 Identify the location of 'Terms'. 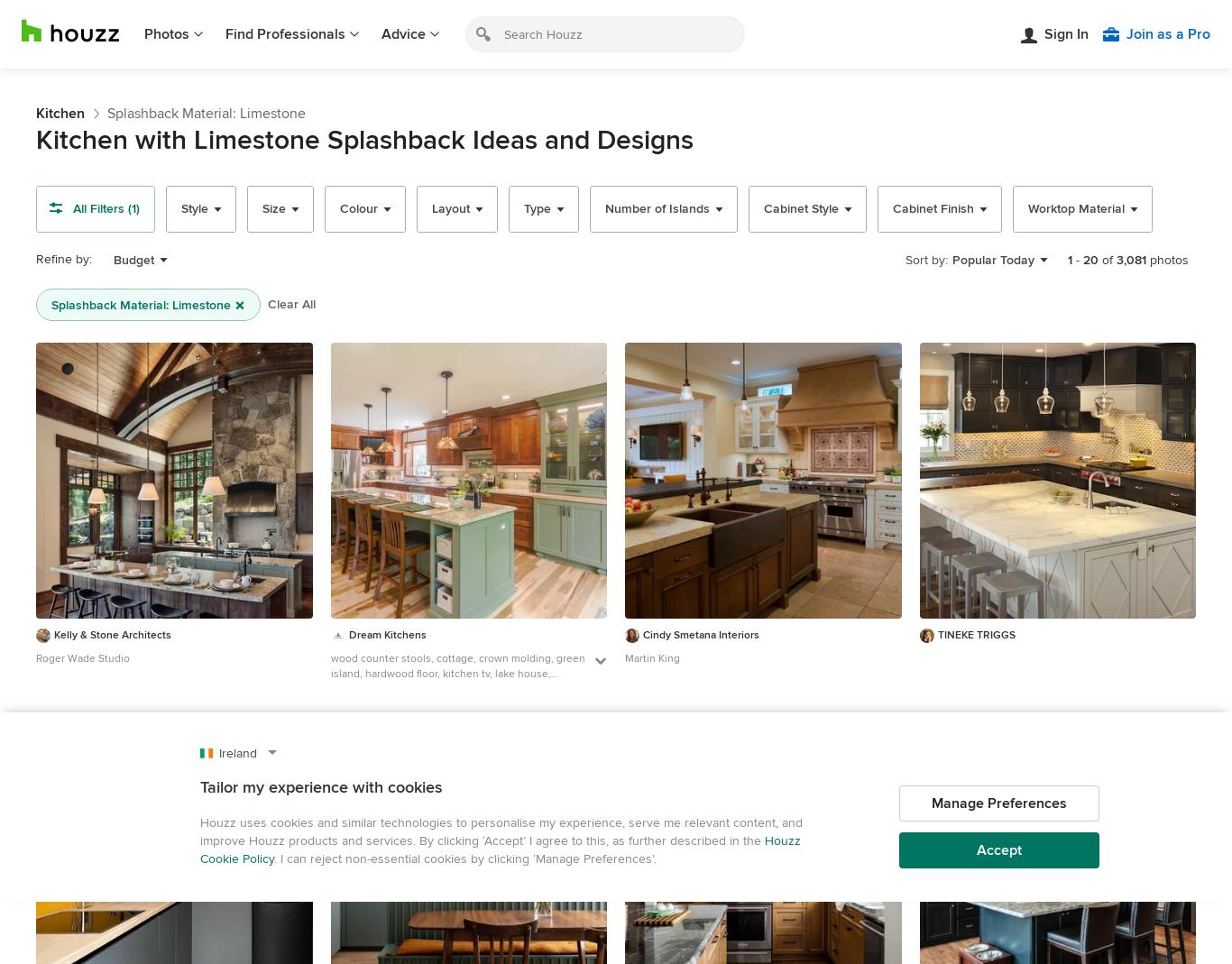
(916, 876).